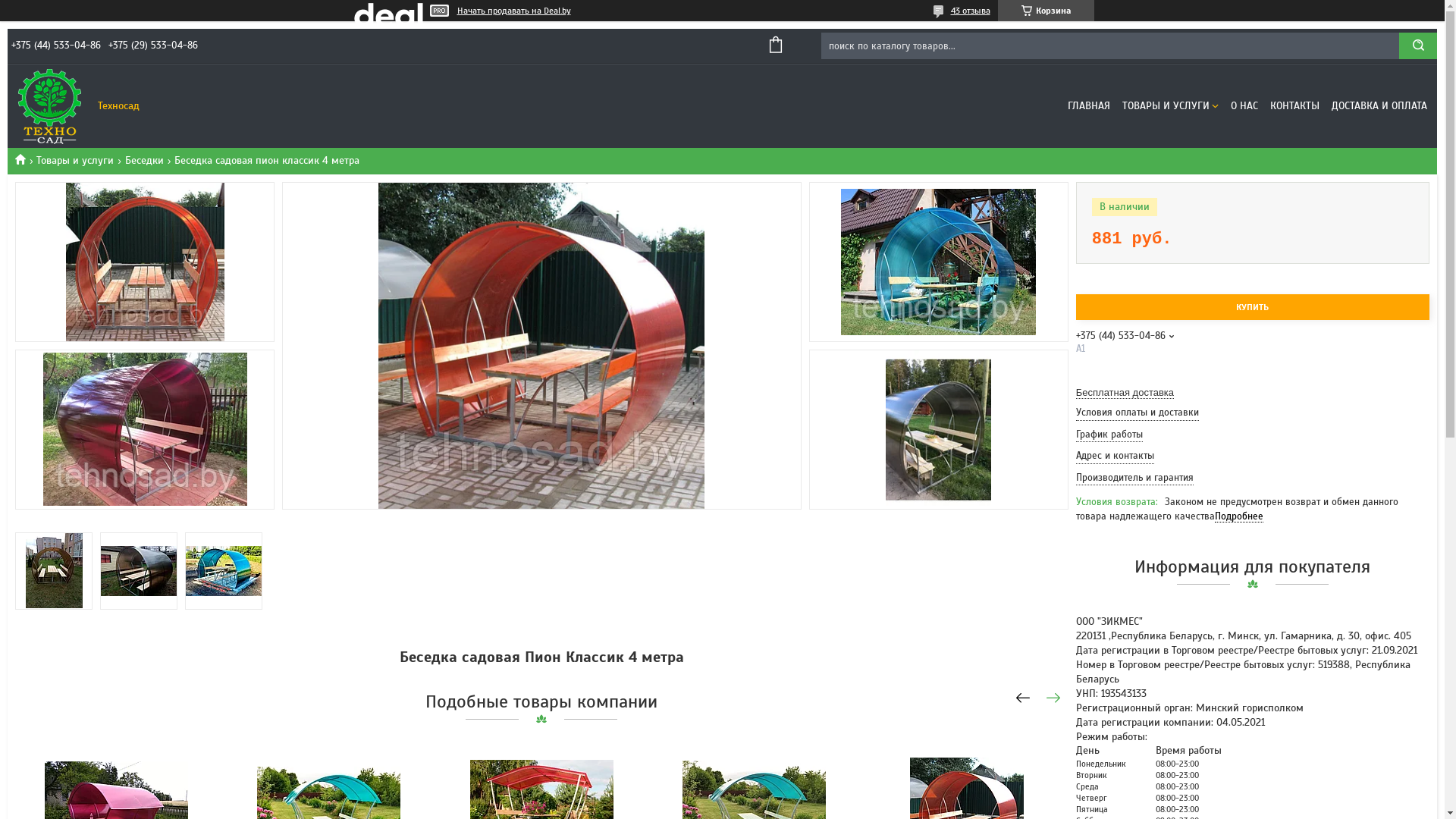 Image resolution: width=1456 pixels, height=819 pixels. Describe the element at coordinates (14, 158) in the screenshot. I see `'Tehnosad.by'` at that location.